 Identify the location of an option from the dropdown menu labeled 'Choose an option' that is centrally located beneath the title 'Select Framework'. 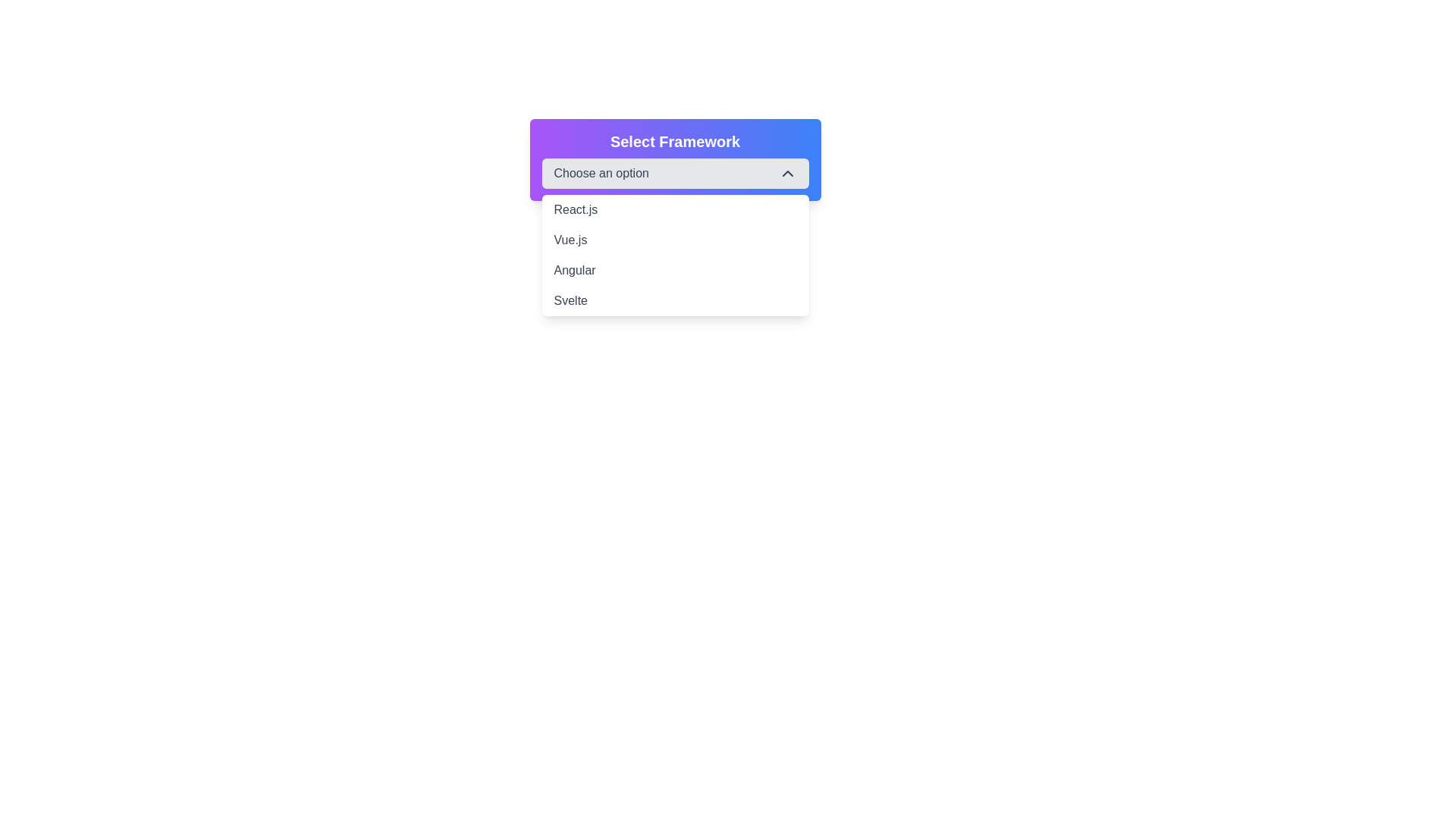
(674, 160).